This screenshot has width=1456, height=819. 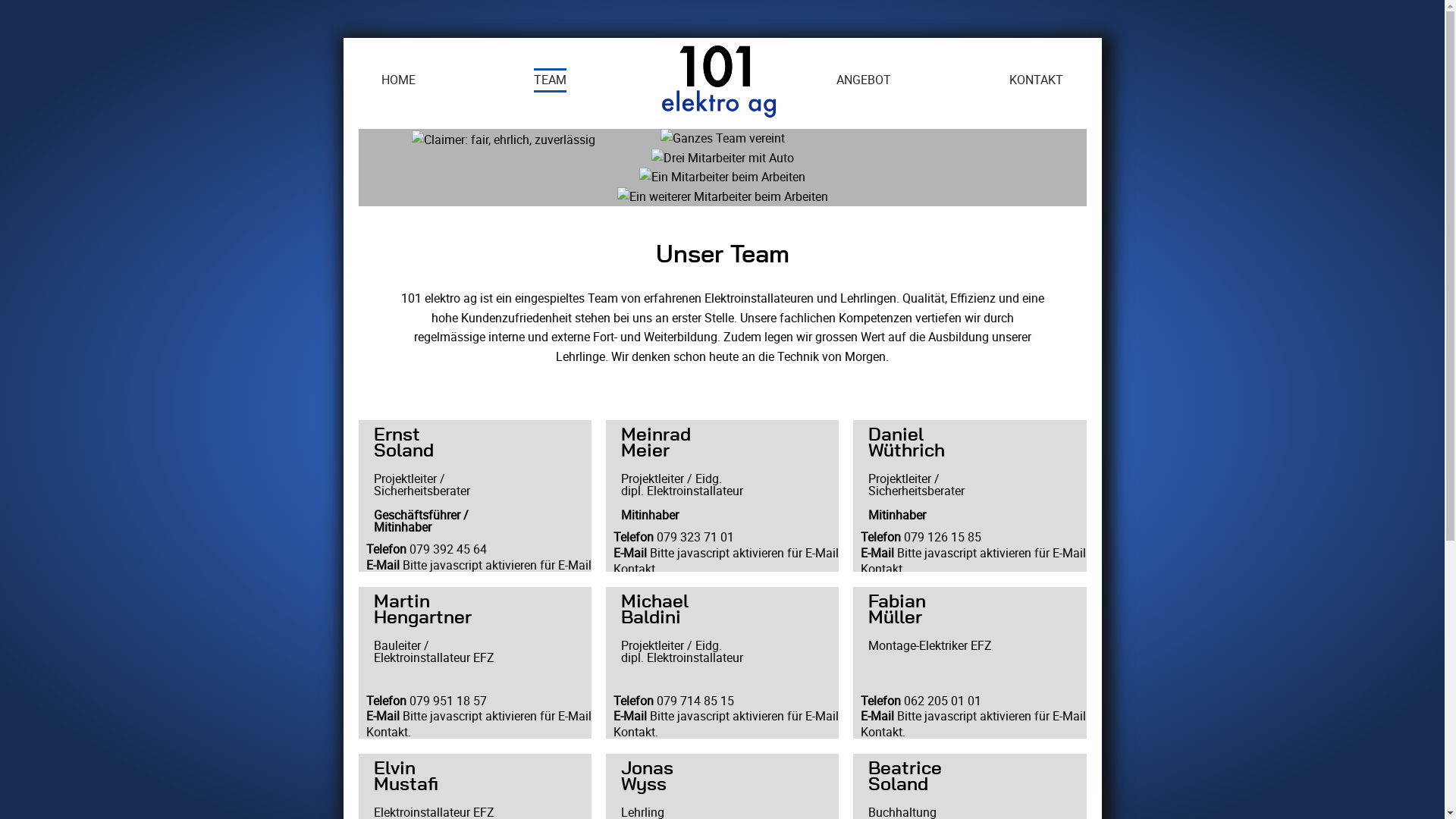 What do you see at coordinates (836, 79) in the screenshot?
I see `'ANGEBOT'` at bounding box center [836, 79].